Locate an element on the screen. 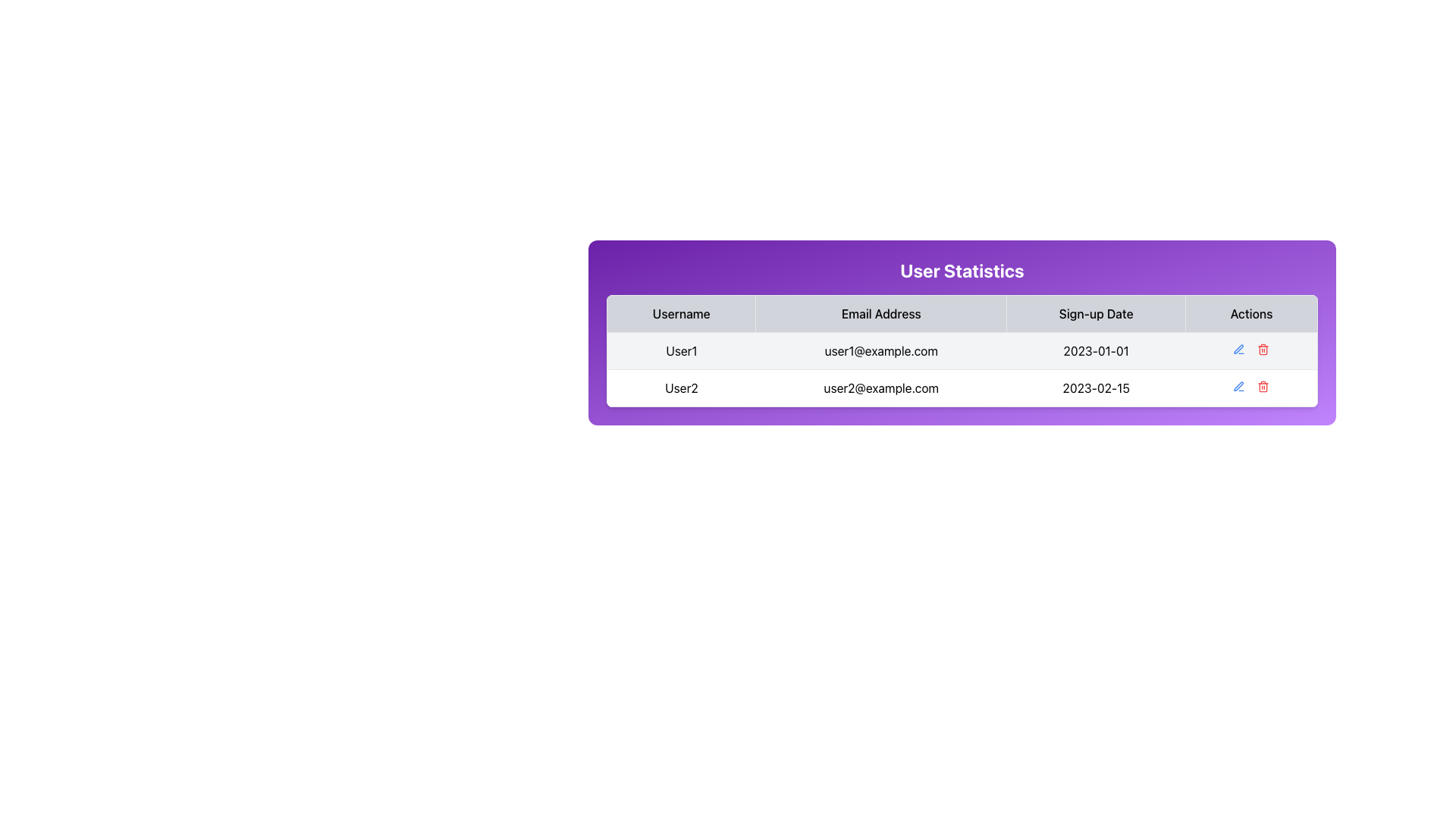 Image resolution: width=1456 pixels, height=819 pixels. the text label reading 'User2' which is centrally aligned in the first column of the second row in a user details table is located at coordinates (680, 388).